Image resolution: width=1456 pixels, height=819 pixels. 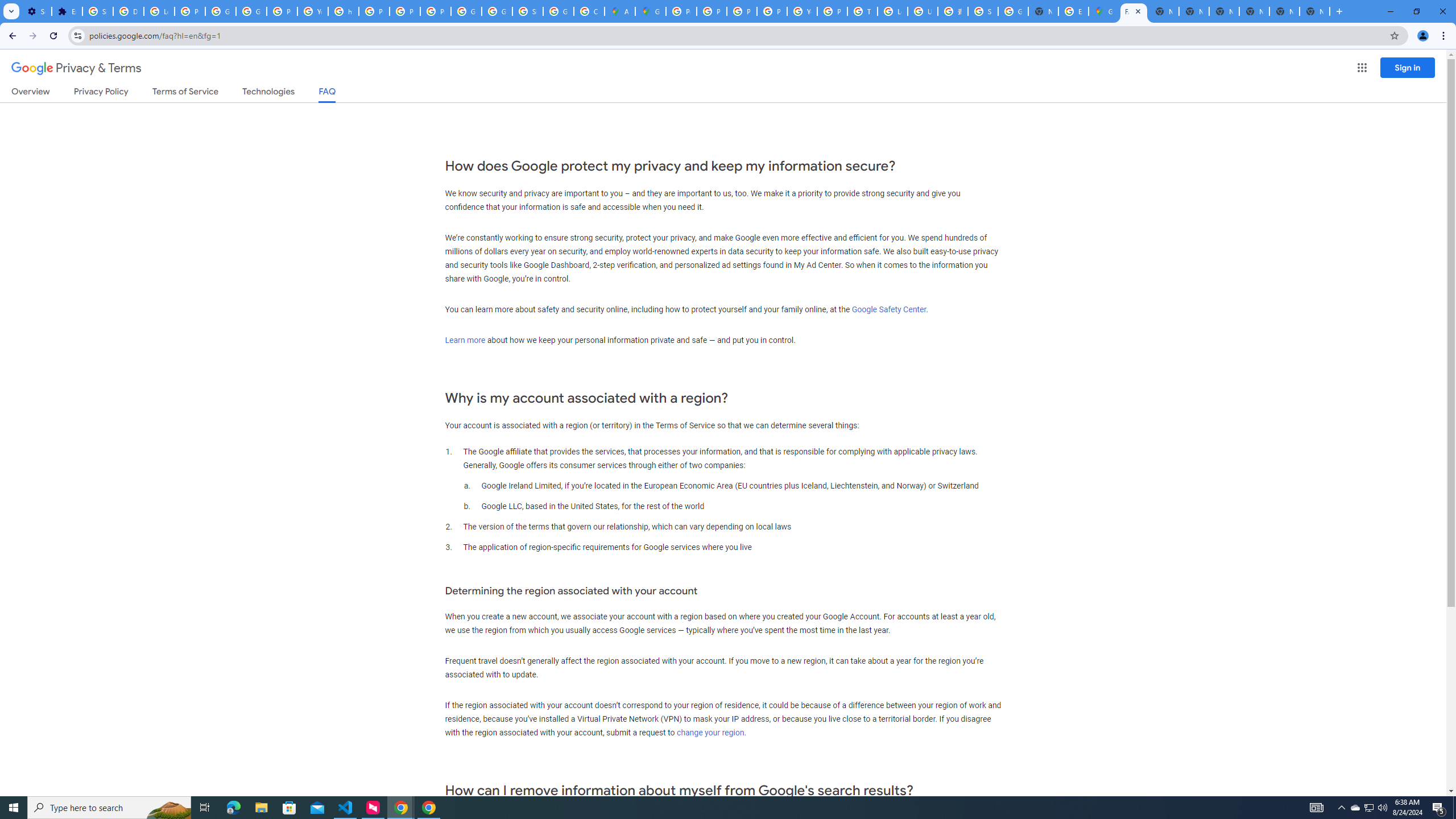 I want to click on 'change your region.', so click(x=711, y=732).